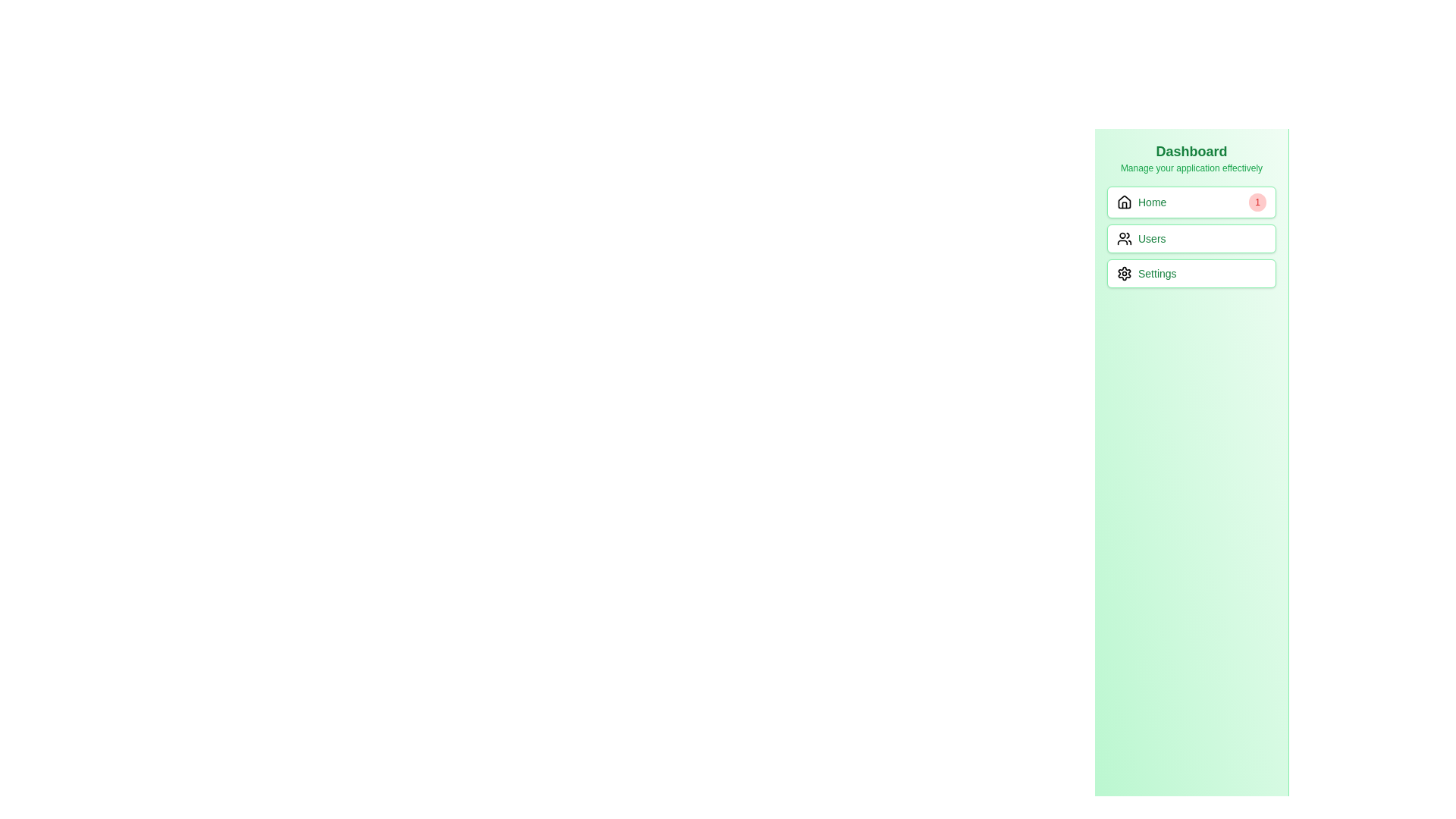 The width and height of the screenshot is (1456, 819). I want to click on the 'Users' navigation button located in the middle of the vertical stack of options in the sidebar, so click(1191, 237).